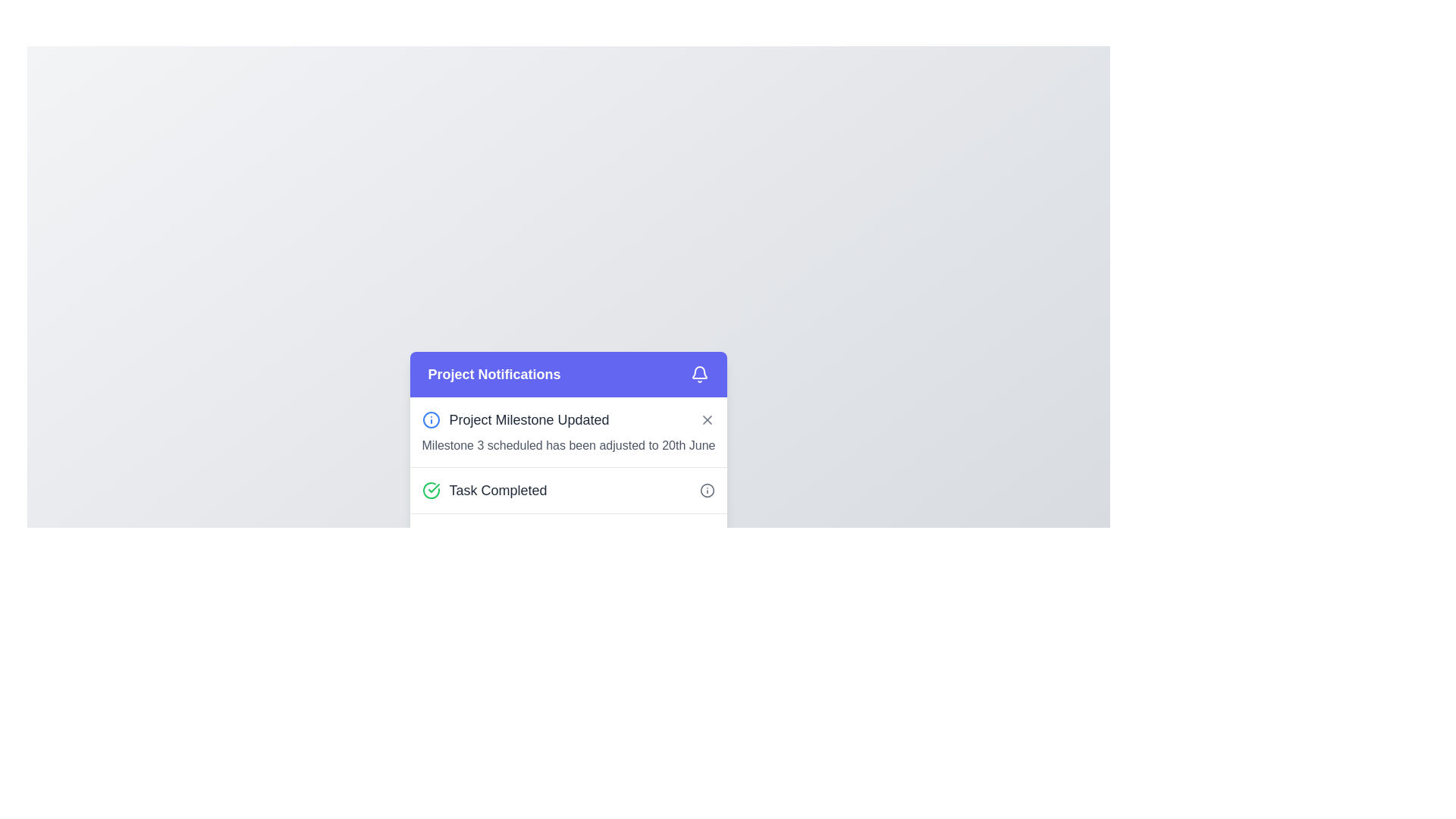 This screenshot has height=819, width=1456. I want to click on the interactive icon located at the far right of the 'Task Completed' row in the notification panel, so click(707, 491).